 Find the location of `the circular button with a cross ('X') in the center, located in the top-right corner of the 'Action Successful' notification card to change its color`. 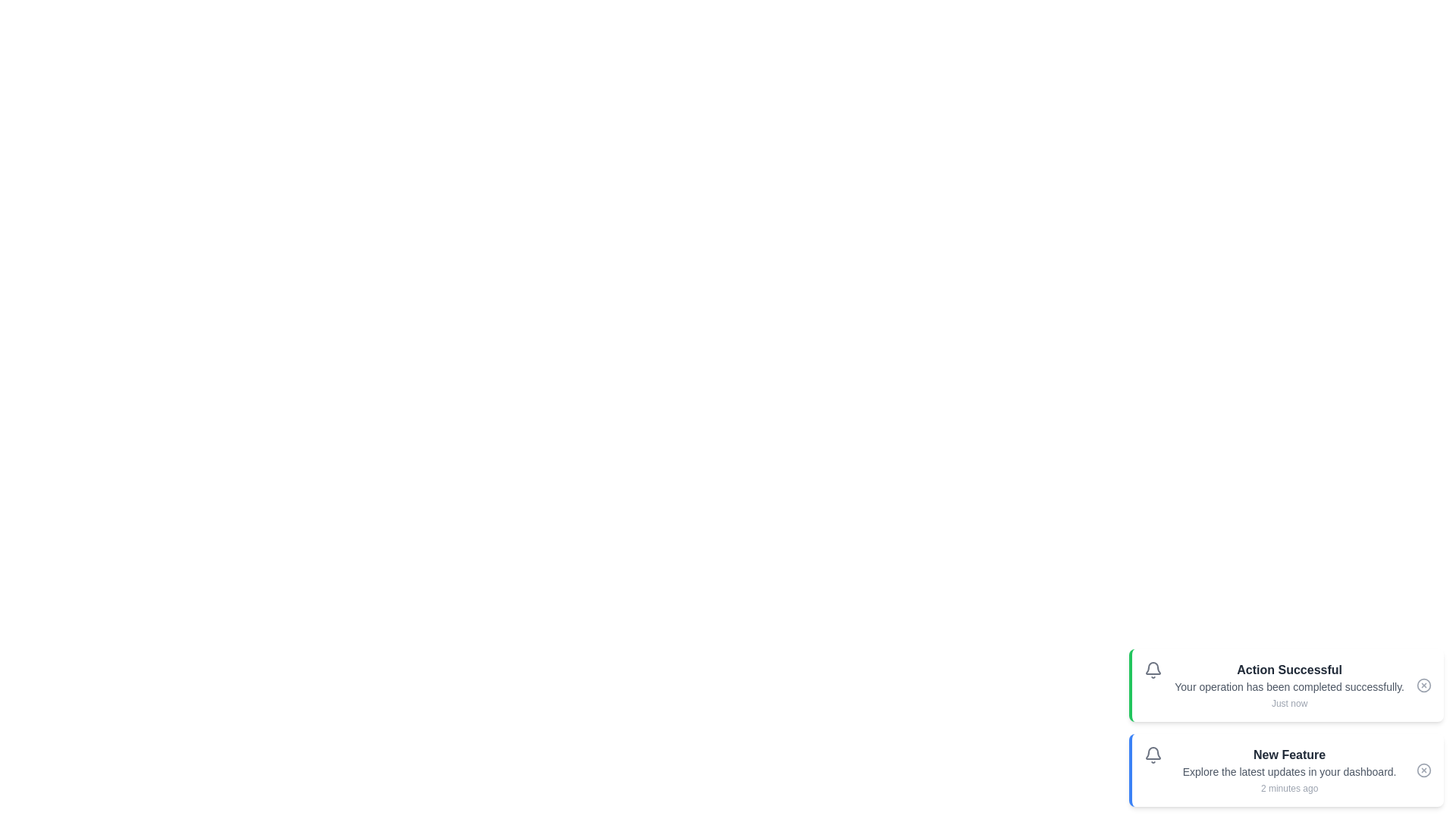

the circular button with a cross ('X') in the center, located in the top-right corner of the 'Action Successful' notification card to change its color is located at coordinates (1423, 685).